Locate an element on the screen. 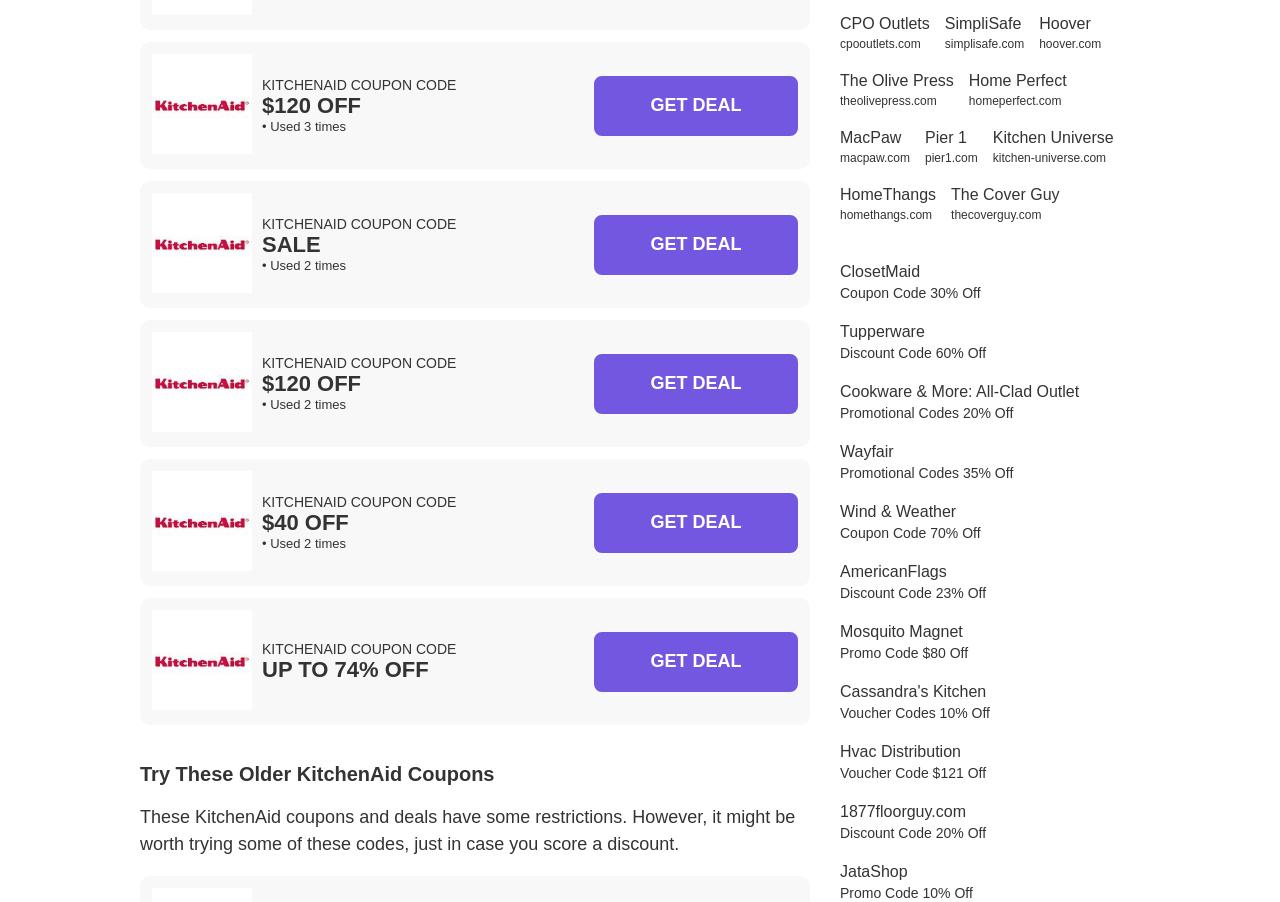 This screenshot has width=1280, height=902. 'Promo Code $80 Off' is located at coordinates (903, 650).